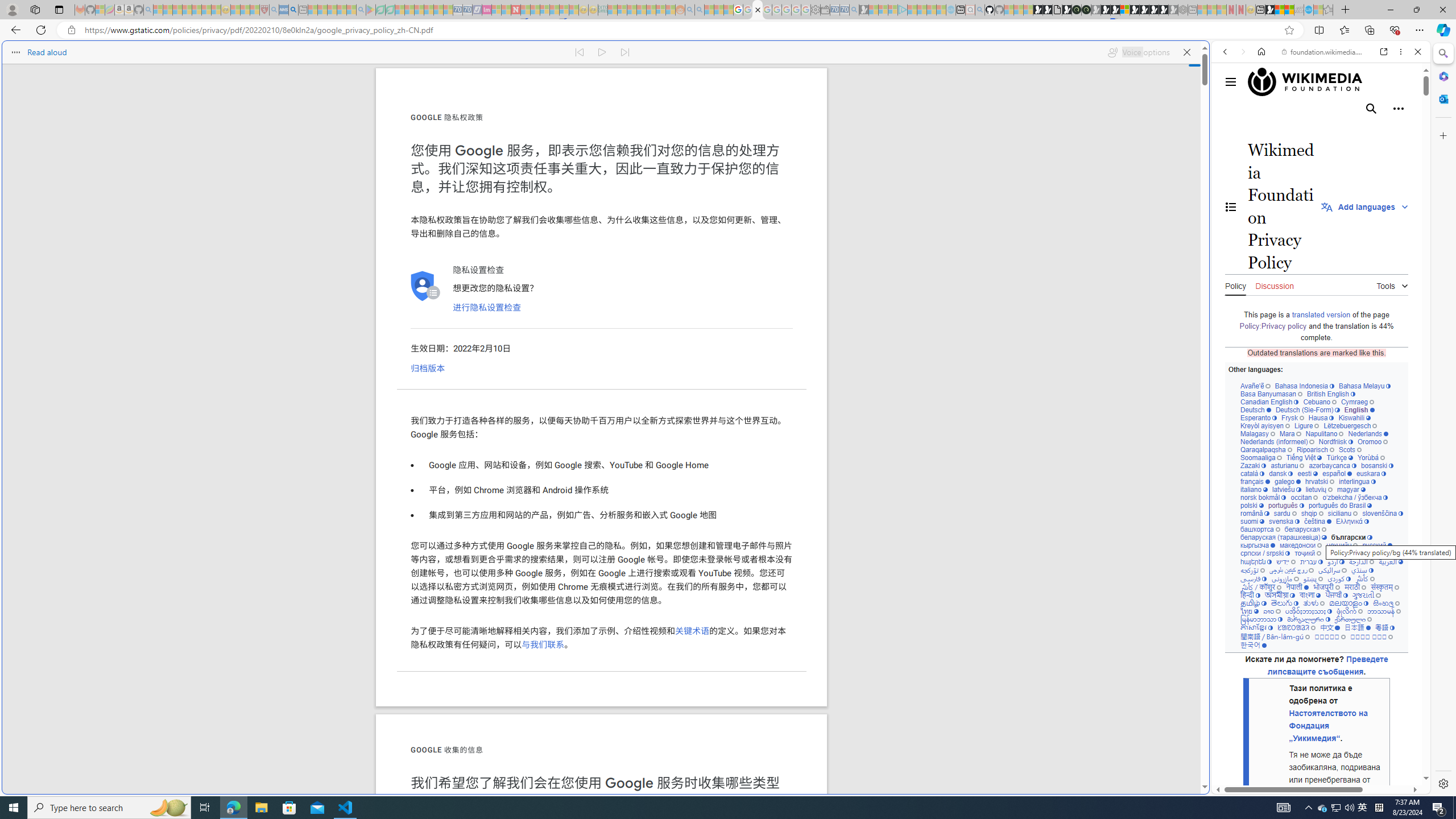 The width and height of the screenshot is (1456, 819). Describe the element at coordinates (1368, 433) in the screenshot. I see `'Nederlands'` at that location.